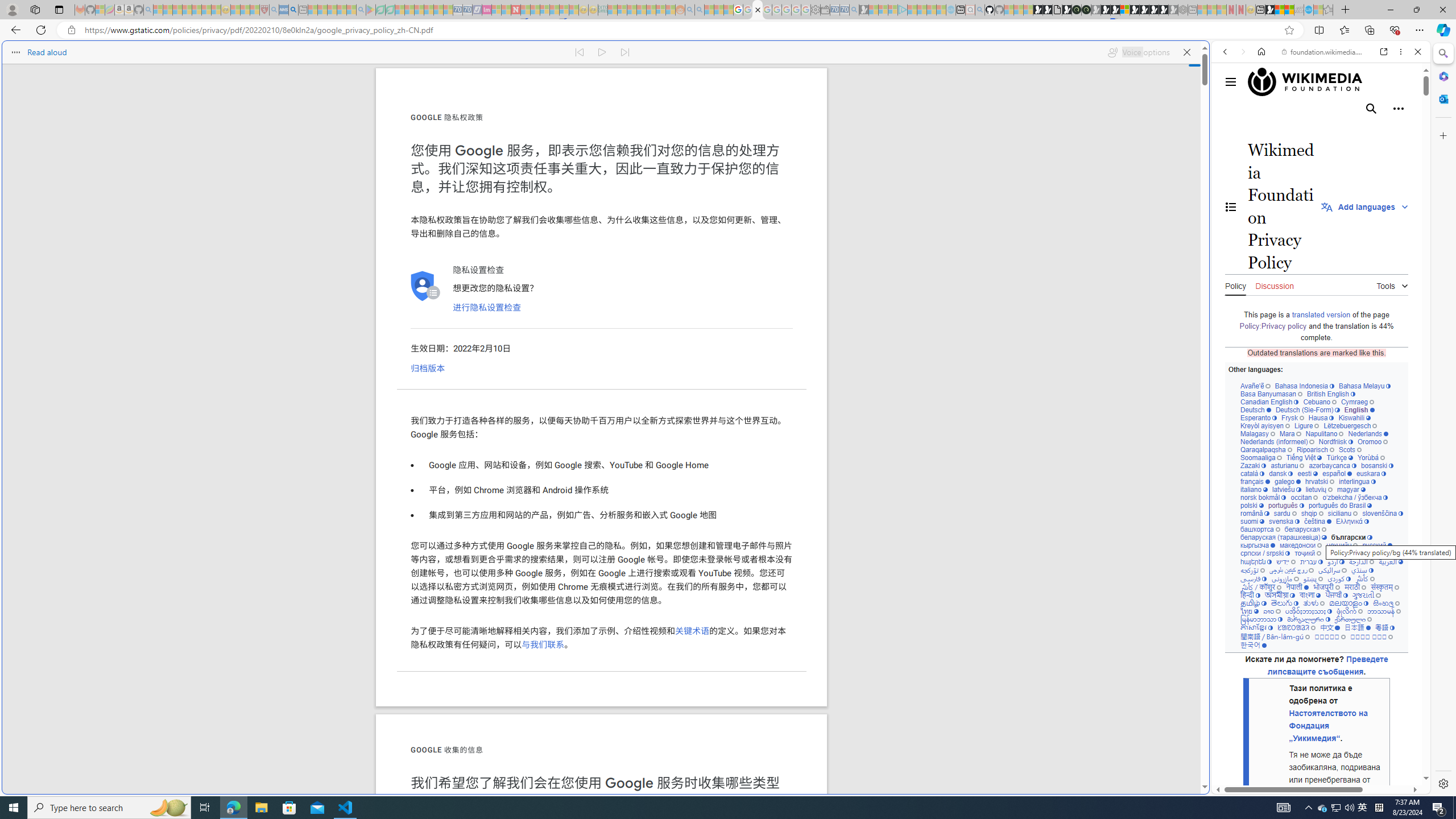 The width and height of the screenshot is (1456, 819). Describe the element at coordinates (1368, 433) in the screenshot. I see `'Nederlands'` at that location.